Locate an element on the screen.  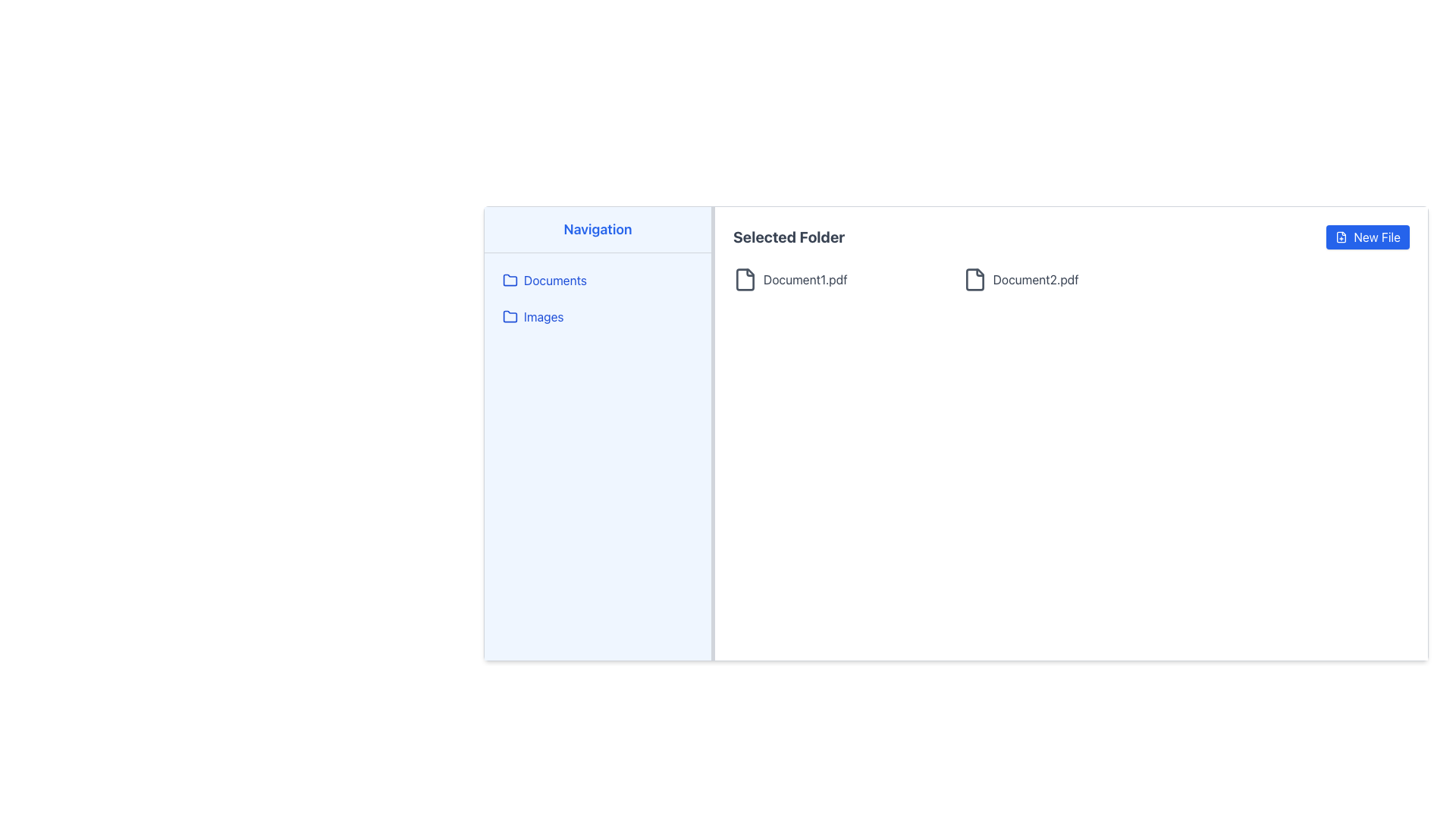
the text label indicating the name of the document file, which is the second document in the 'Selected Folder' section of the application interface is located at coordinates (1035, 280).